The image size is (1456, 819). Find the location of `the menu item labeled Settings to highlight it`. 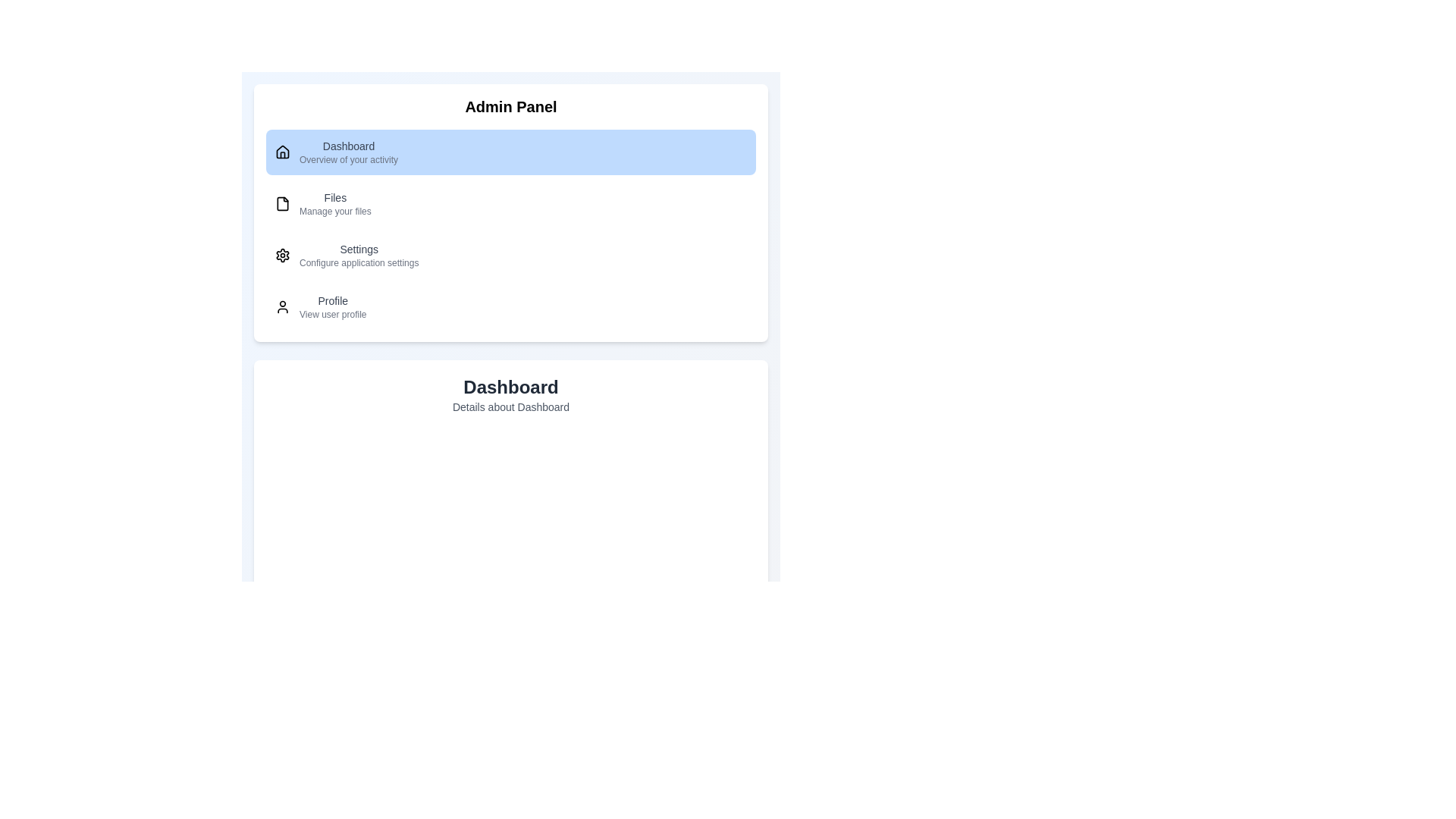

the menu item labeled Settings to highlight it is located at coordinates (510, 254).